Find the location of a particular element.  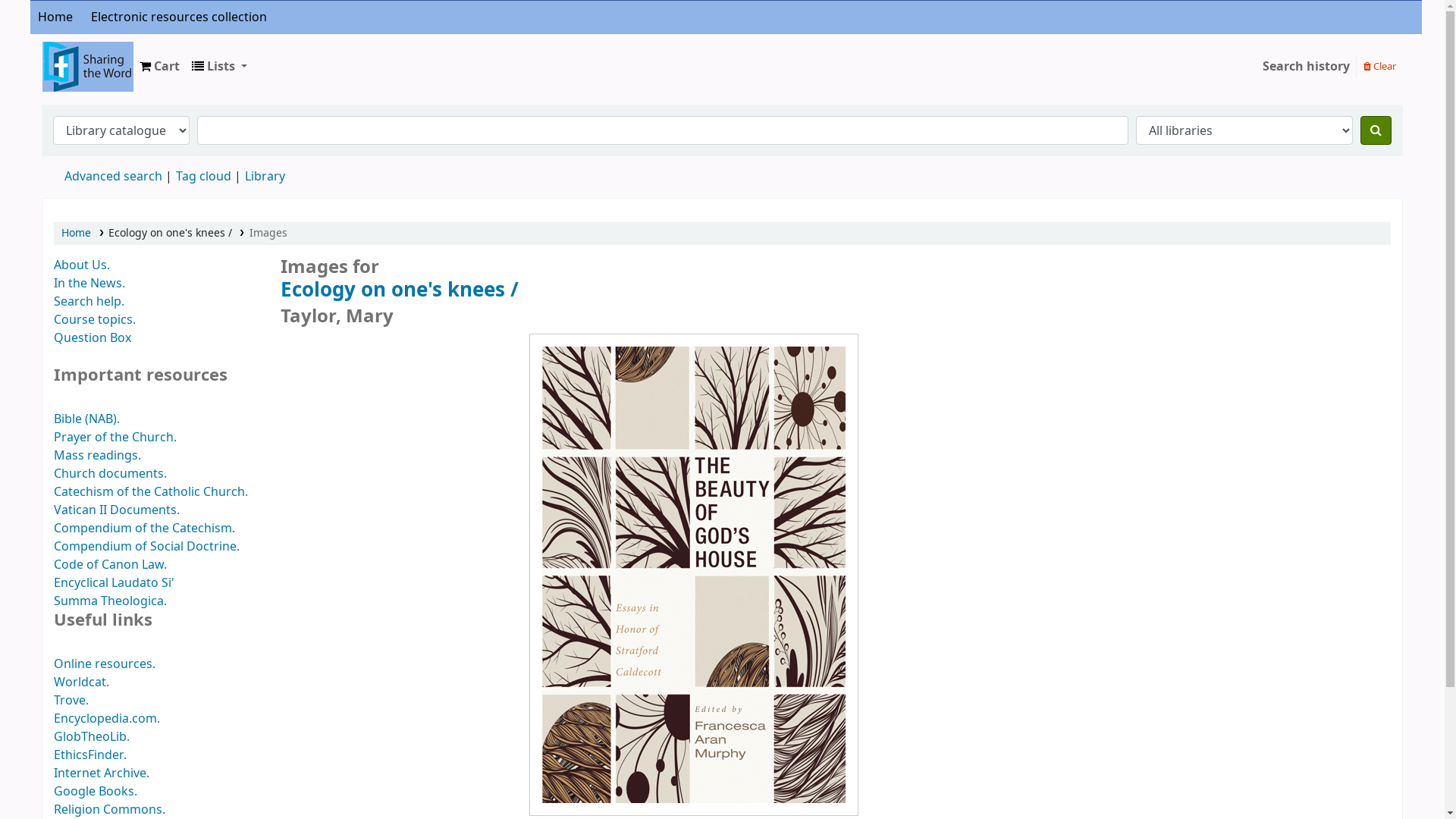

'Worldcat.' is located at coordinates (54, 681).